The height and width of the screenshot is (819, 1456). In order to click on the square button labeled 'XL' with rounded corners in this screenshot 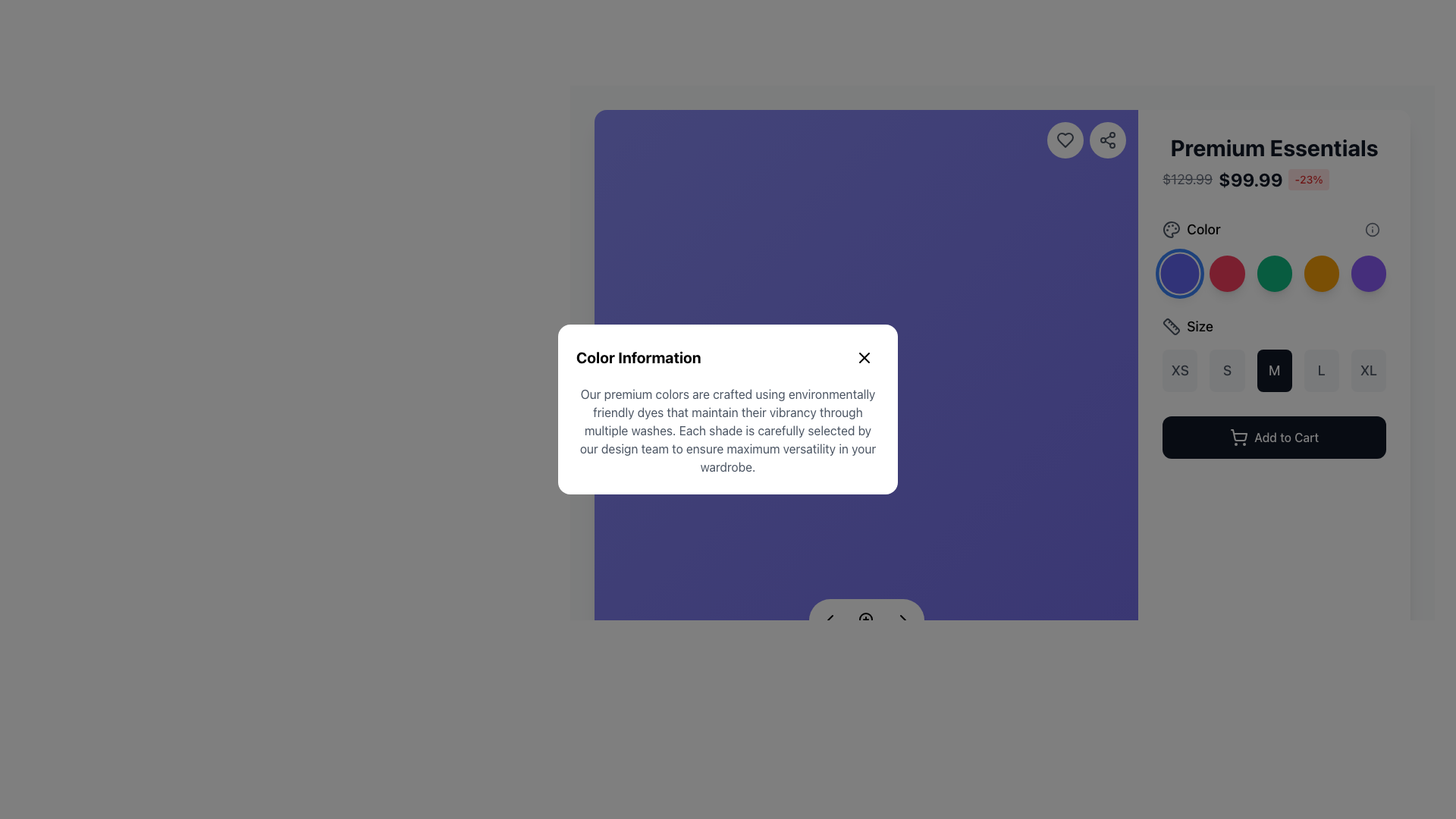, I will do `click(1368, 371)`.